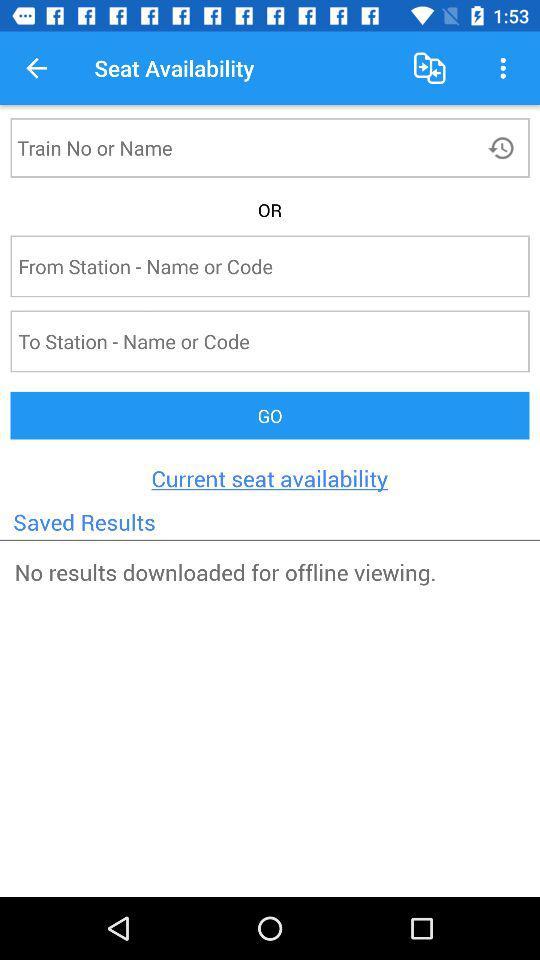 This screenshot has height=960, width=540. I want to click on the icon above current seat availability, so click(270, 414).